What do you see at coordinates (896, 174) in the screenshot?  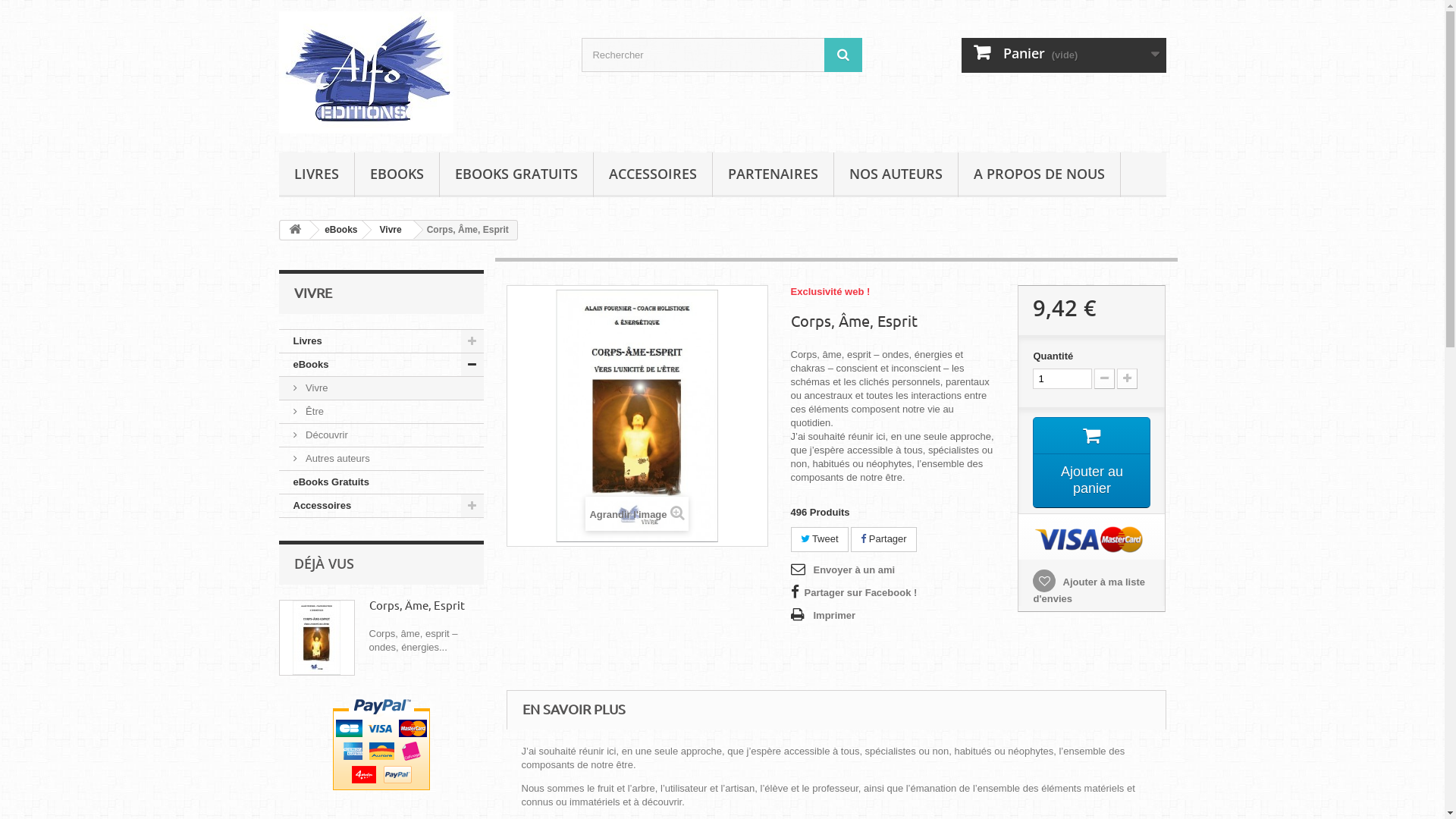 I see `'NOS AUTEURS'` at bounding box center [896, 174].